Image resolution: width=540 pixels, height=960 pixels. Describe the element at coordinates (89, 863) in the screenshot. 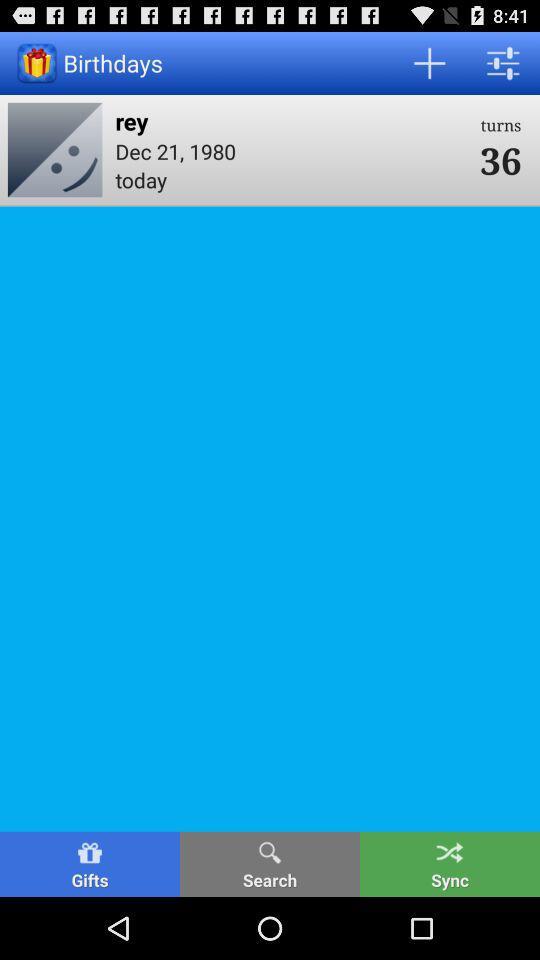

I see `the gifts` at that location.